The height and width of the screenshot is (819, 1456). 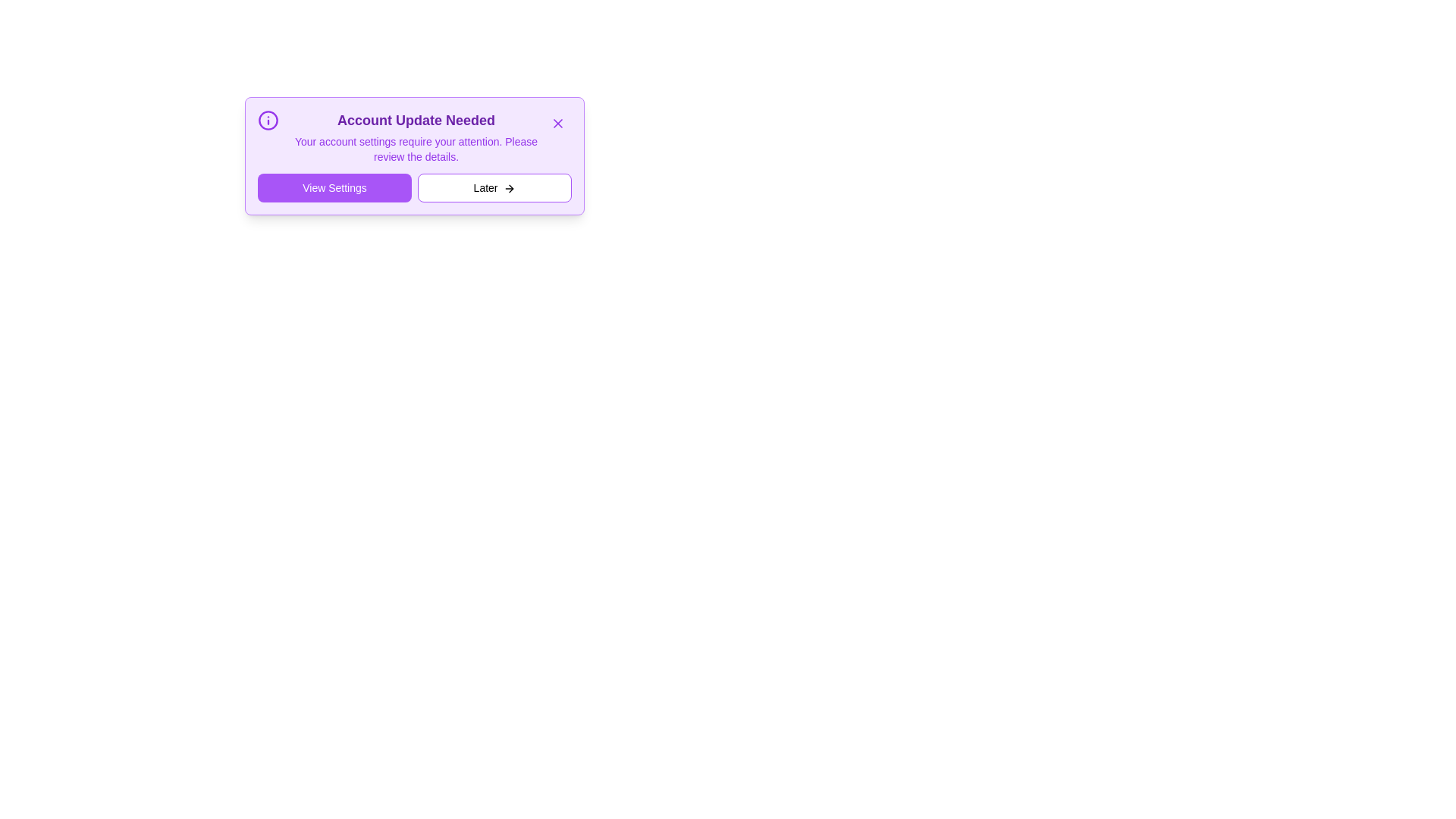 What do you see at coordinates (268, 119) in the screenshot?
I see `the informational icon to reveal additional details` at bounding box center [268, 119].